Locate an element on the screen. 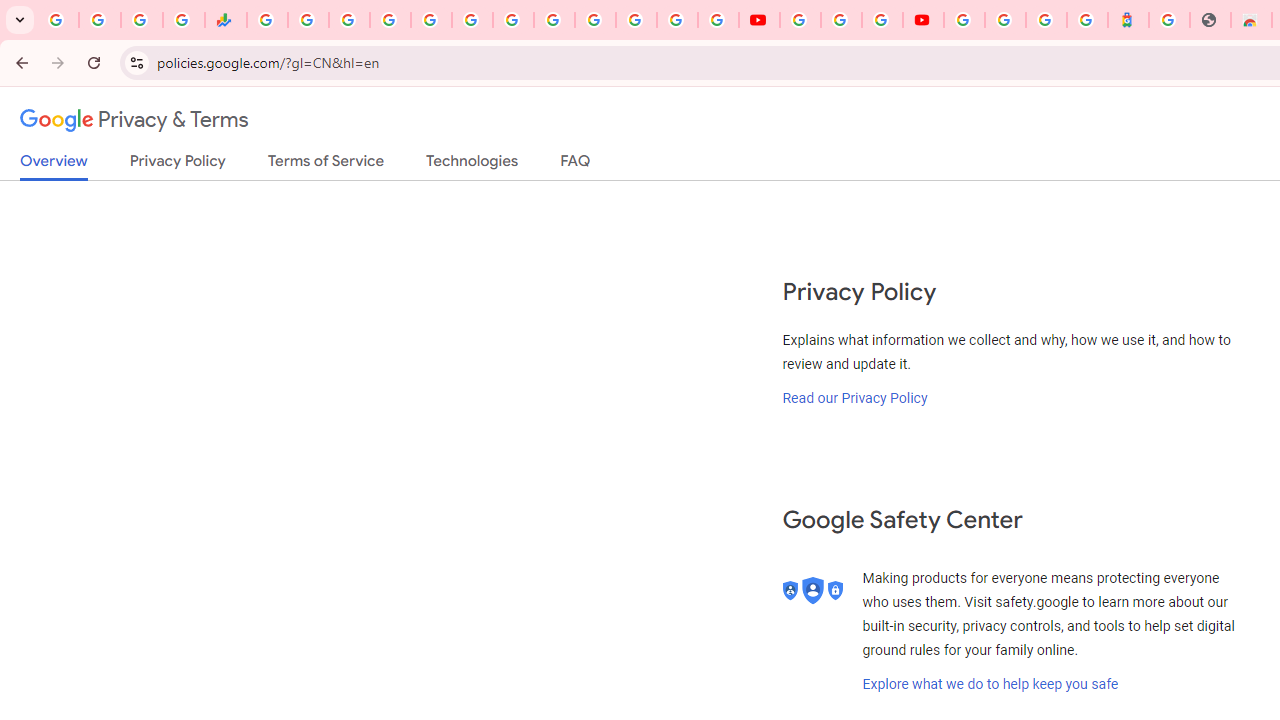  'Content Creator Programs & Opportunities - YouTube Creators' is located at coordinates (922, 20).